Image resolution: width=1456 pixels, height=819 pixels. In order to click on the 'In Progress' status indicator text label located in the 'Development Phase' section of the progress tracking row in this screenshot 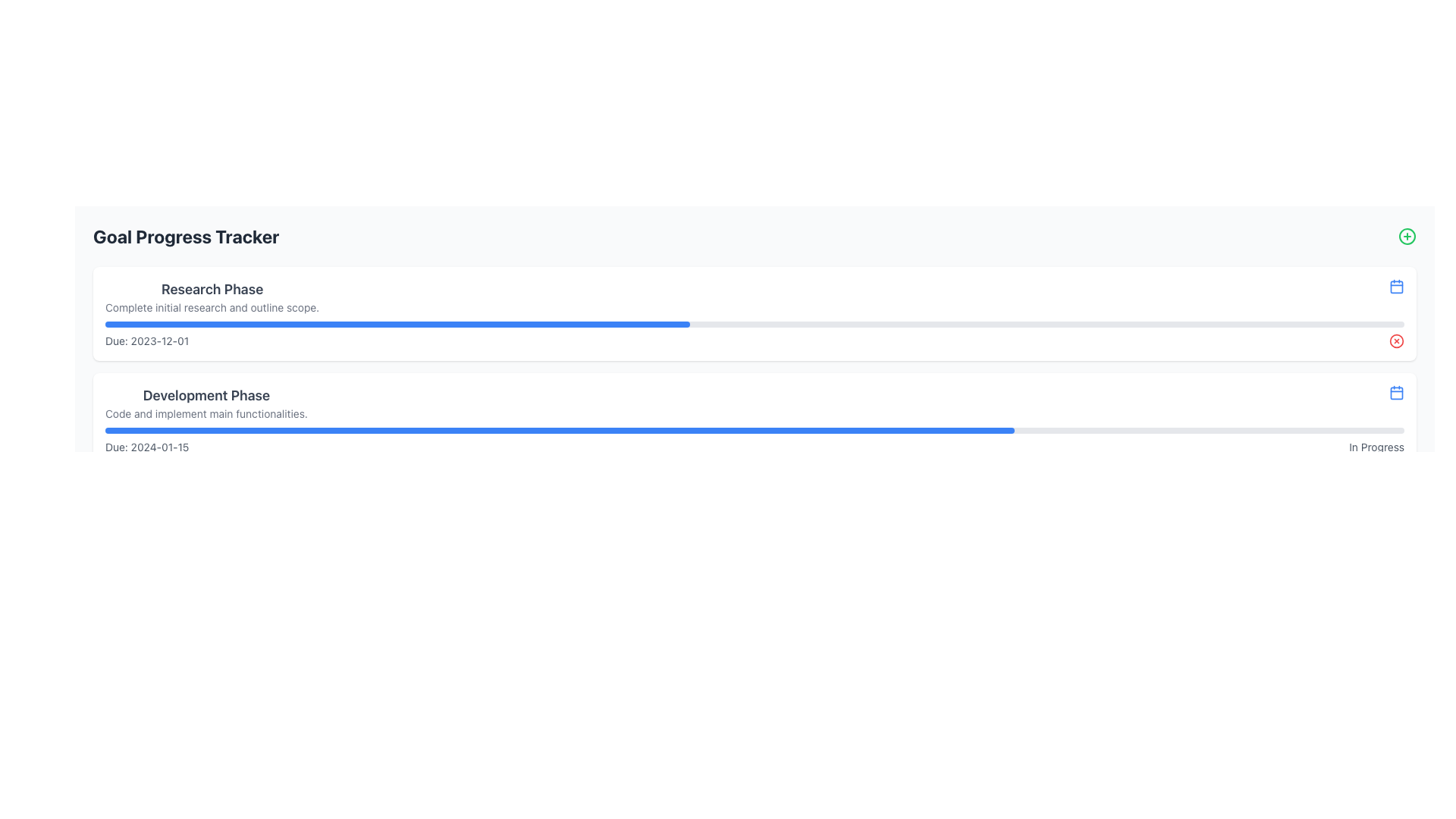, I will do `click(1376, 447)`.